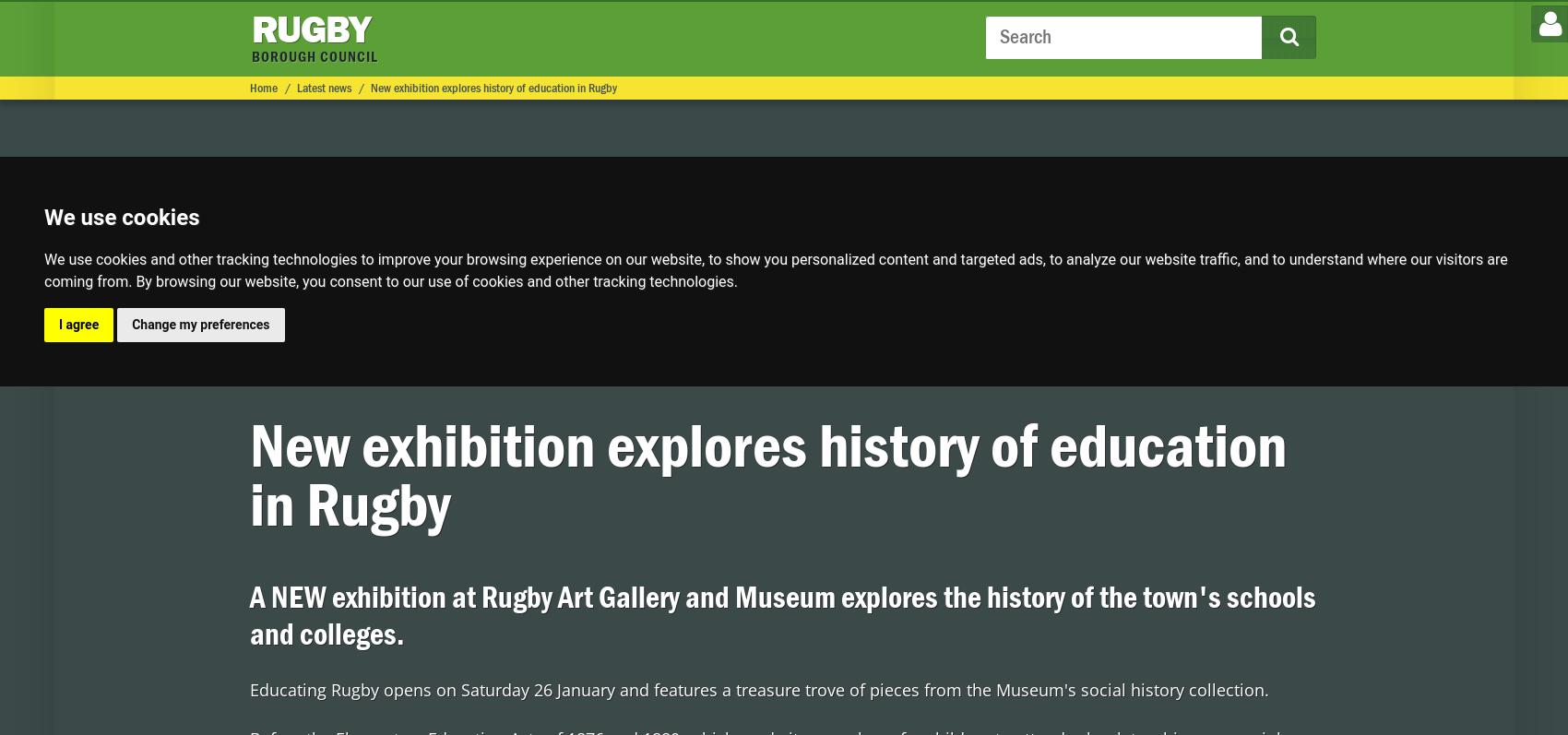  What do you see at coordinates (979, 22) in the screenshot?
I see `'If you see a problem'` at bounding box center [979, 22].